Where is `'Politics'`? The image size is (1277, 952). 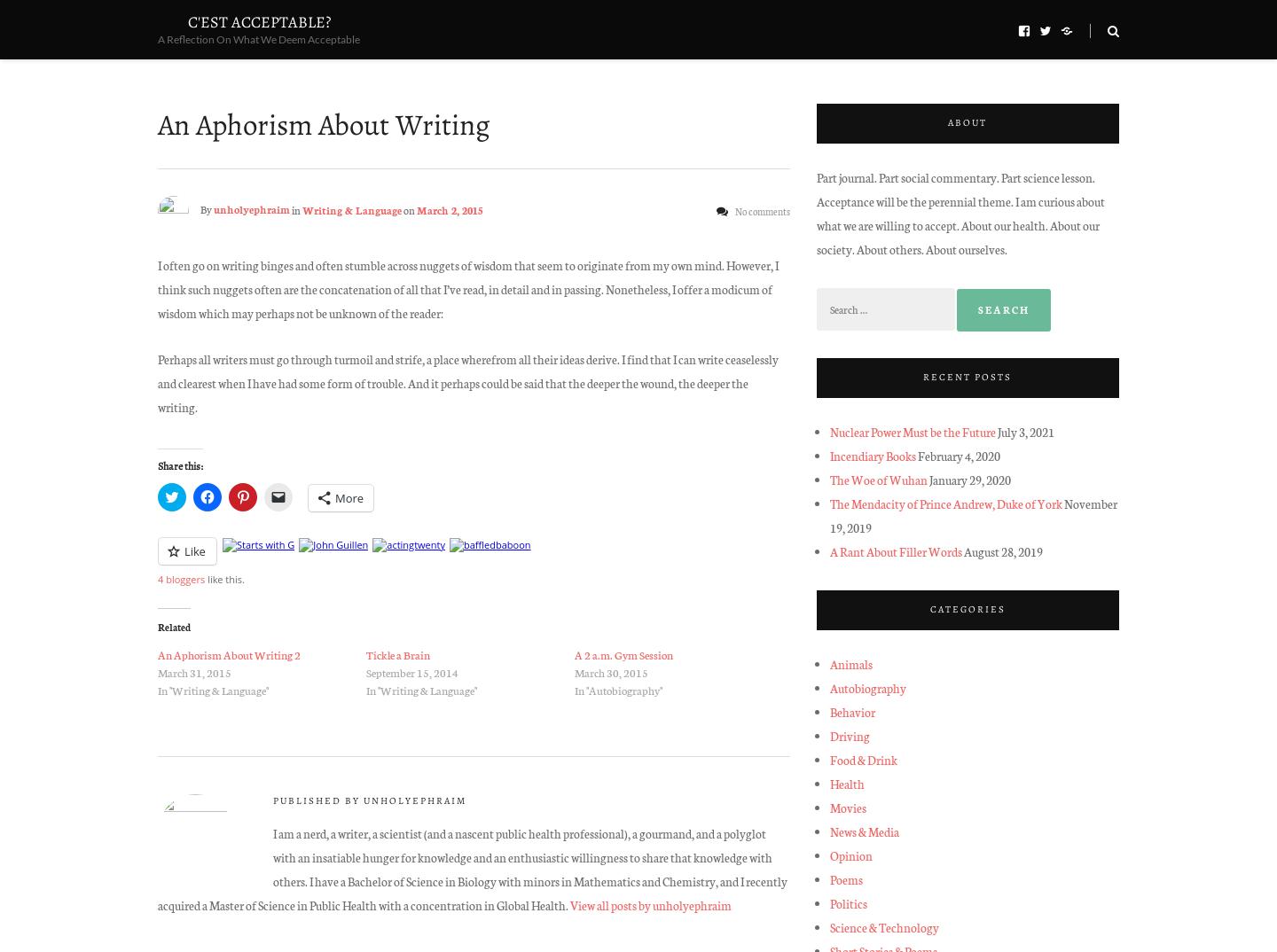 'Politics' is located at coordinates (848, 901).